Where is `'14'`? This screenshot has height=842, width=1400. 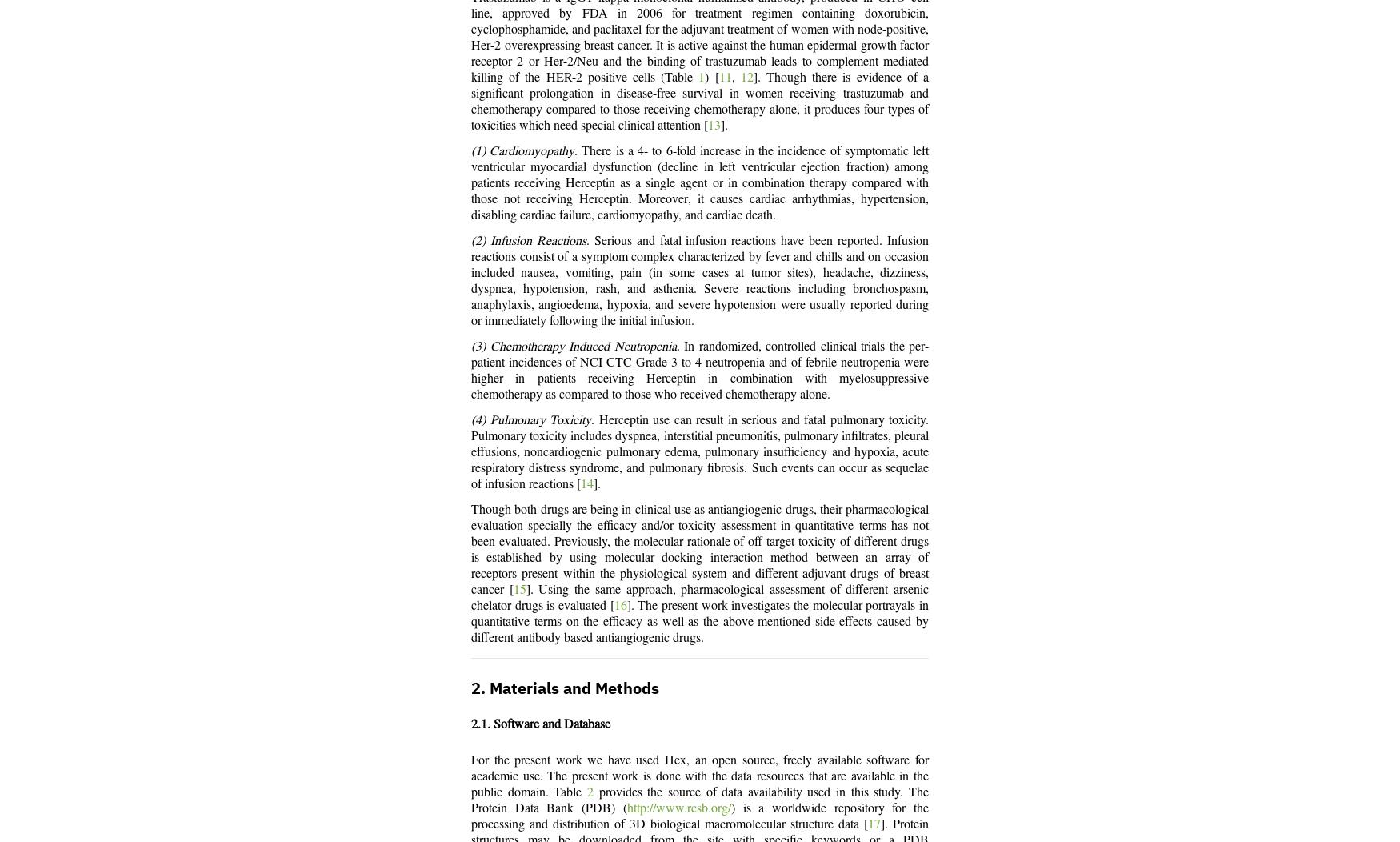
'14' is located at coordinates (586, 483).